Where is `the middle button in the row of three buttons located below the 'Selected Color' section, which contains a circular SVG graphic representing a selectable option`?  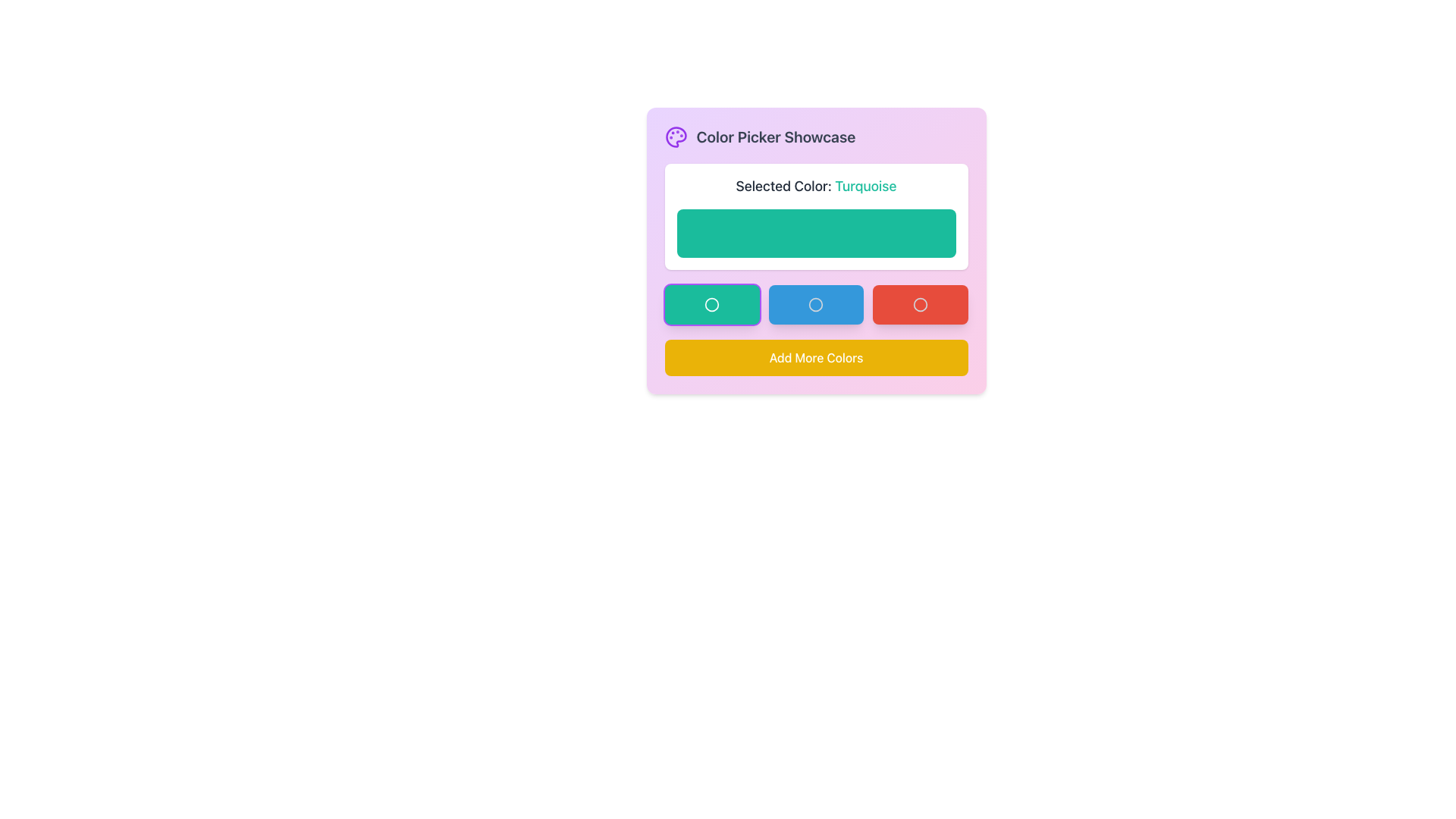
the middle button in the row of three buttons located below the 'Selected Color' section, which contains a circular SVG graphic representing a selectable option is located at coordinates (815, 304).